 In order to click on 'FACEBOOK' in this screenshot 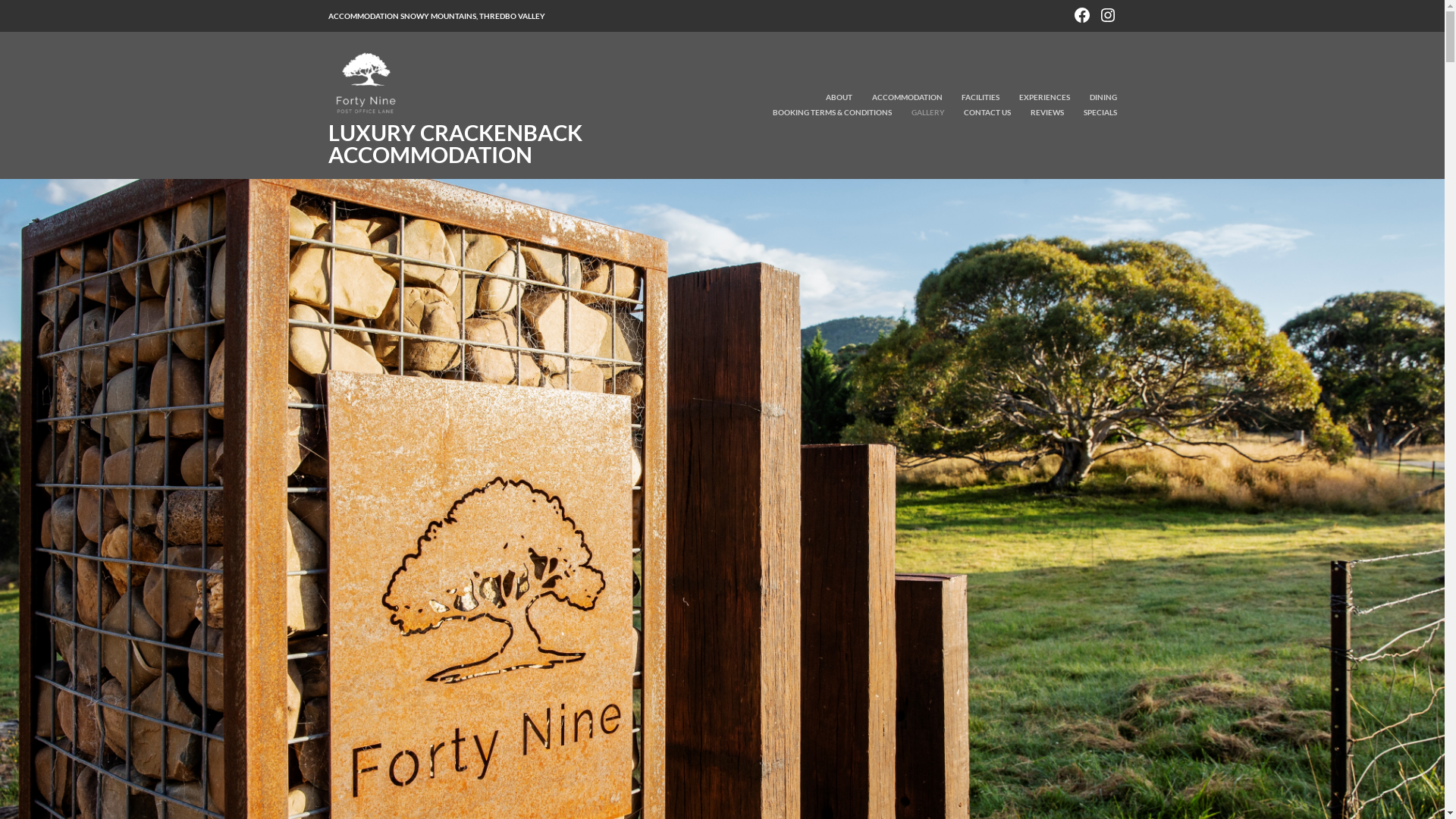, I will do `click(1081, 14)`.